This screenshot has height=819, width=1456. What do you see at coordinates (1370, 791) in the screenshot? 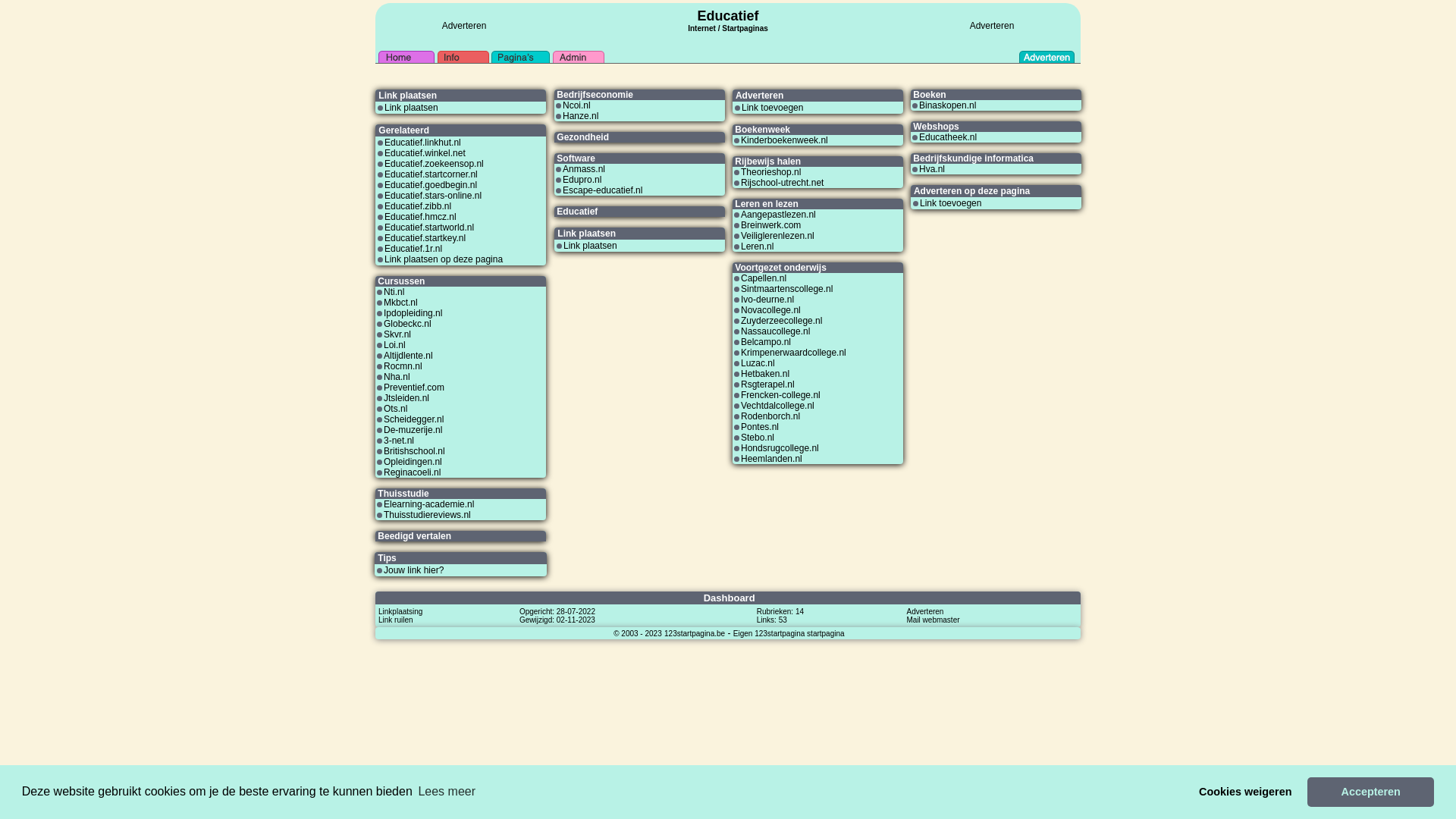
I see `'Accepteren'` at bounding box center [1370, 791].